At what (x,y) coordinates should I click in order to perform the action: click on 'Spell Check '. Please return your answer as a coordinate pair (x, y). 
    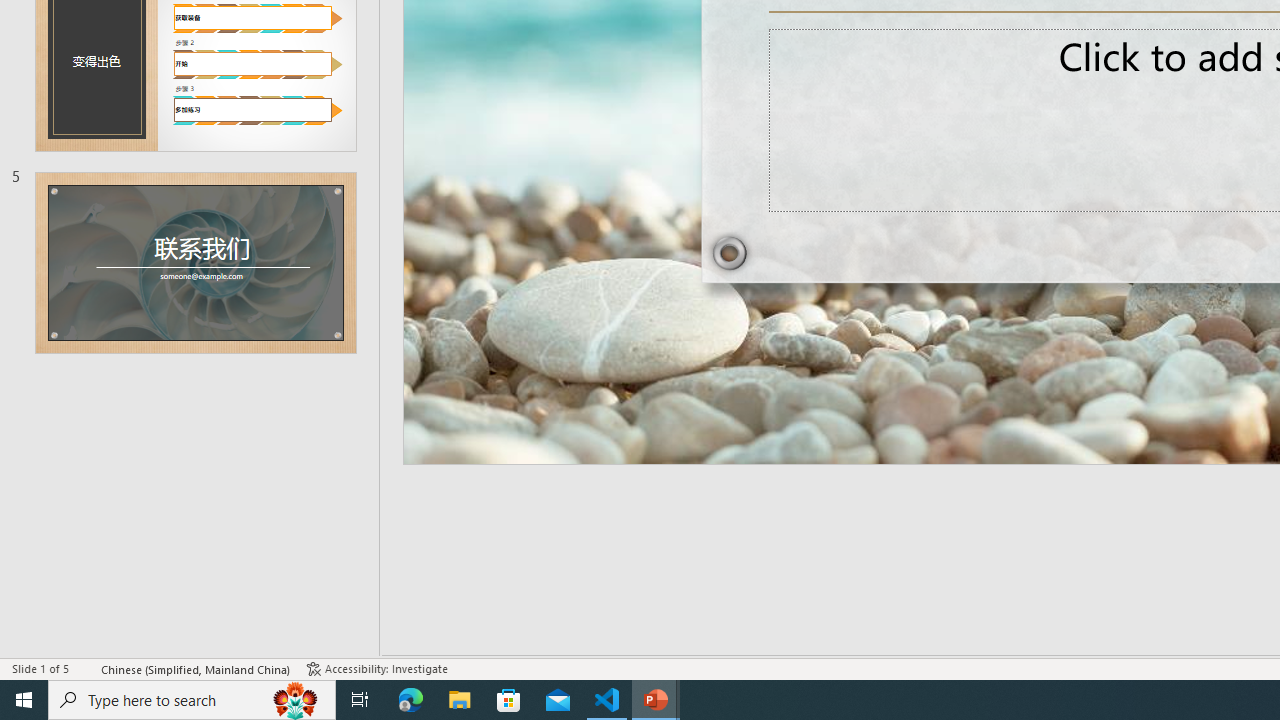
    Looking at the image, I should click on (85, 669).